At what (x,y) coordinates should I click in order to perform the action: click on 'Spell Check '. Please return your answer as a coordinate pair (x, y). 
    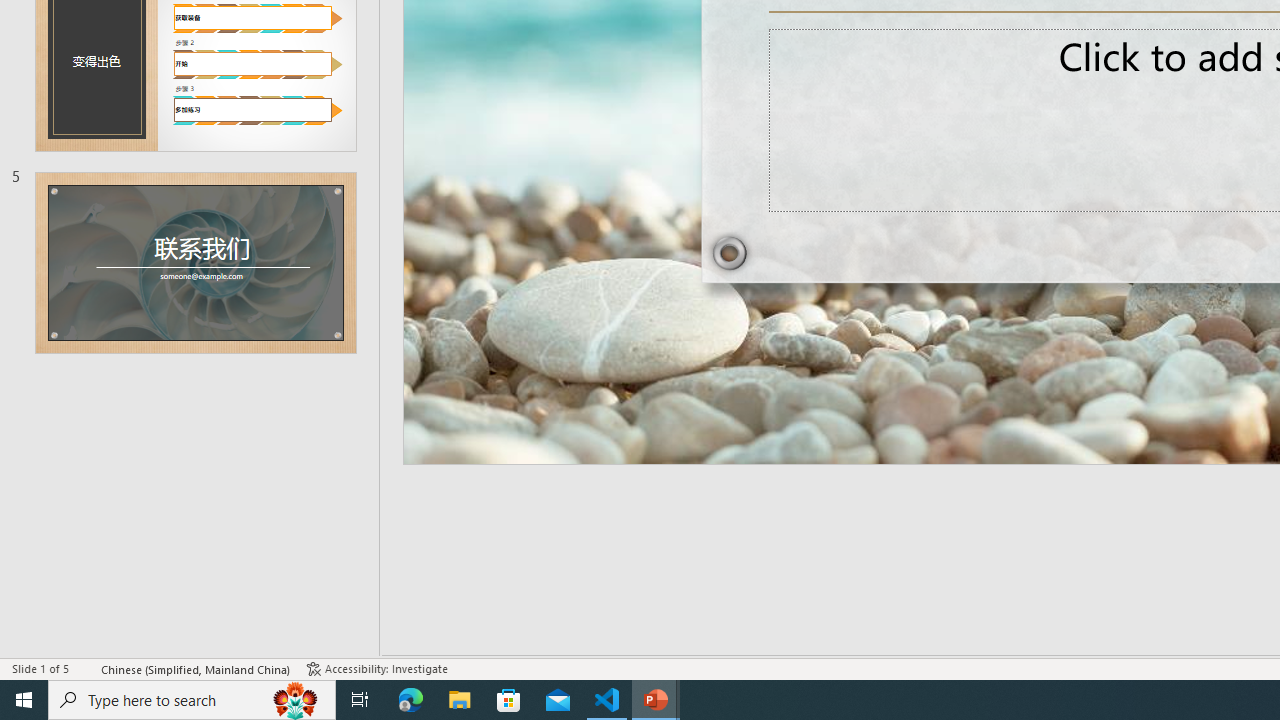
    Looking at the image, I should click on (85, 669).